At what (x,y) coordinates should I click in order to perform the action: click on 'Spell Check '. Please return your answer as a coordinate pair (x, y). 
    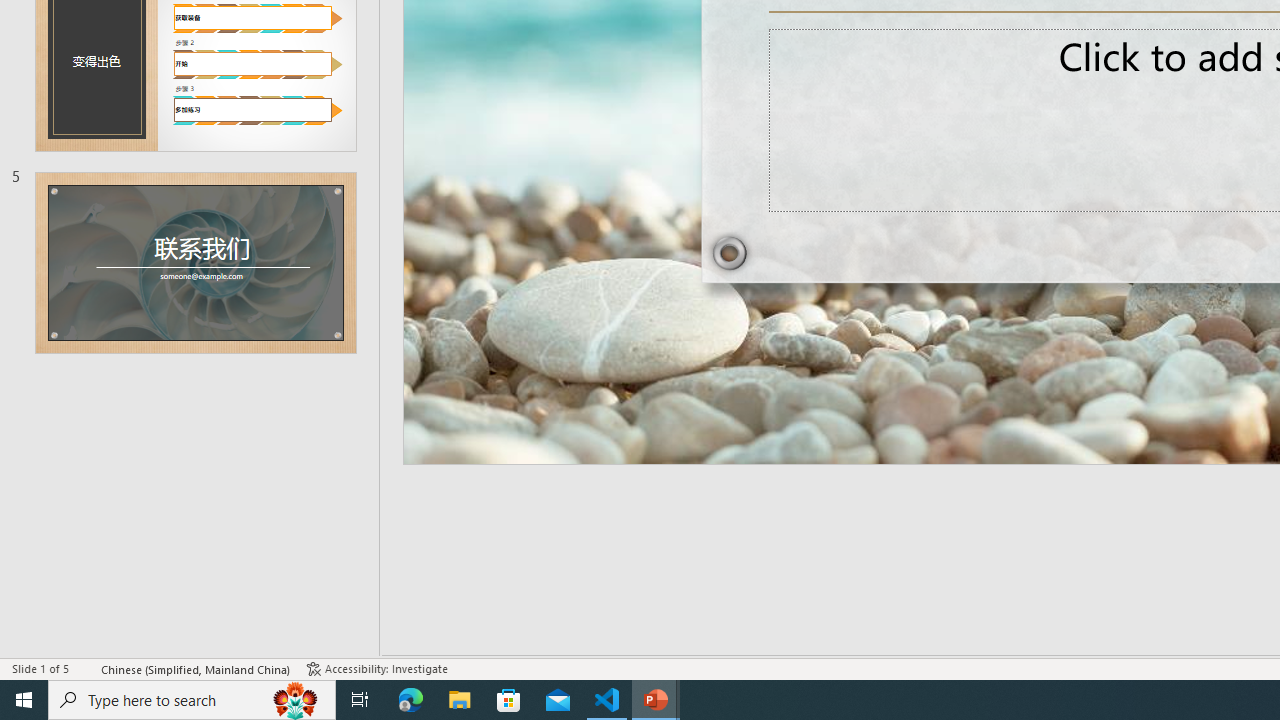
    Looking at the image, I should click on (85, 669).